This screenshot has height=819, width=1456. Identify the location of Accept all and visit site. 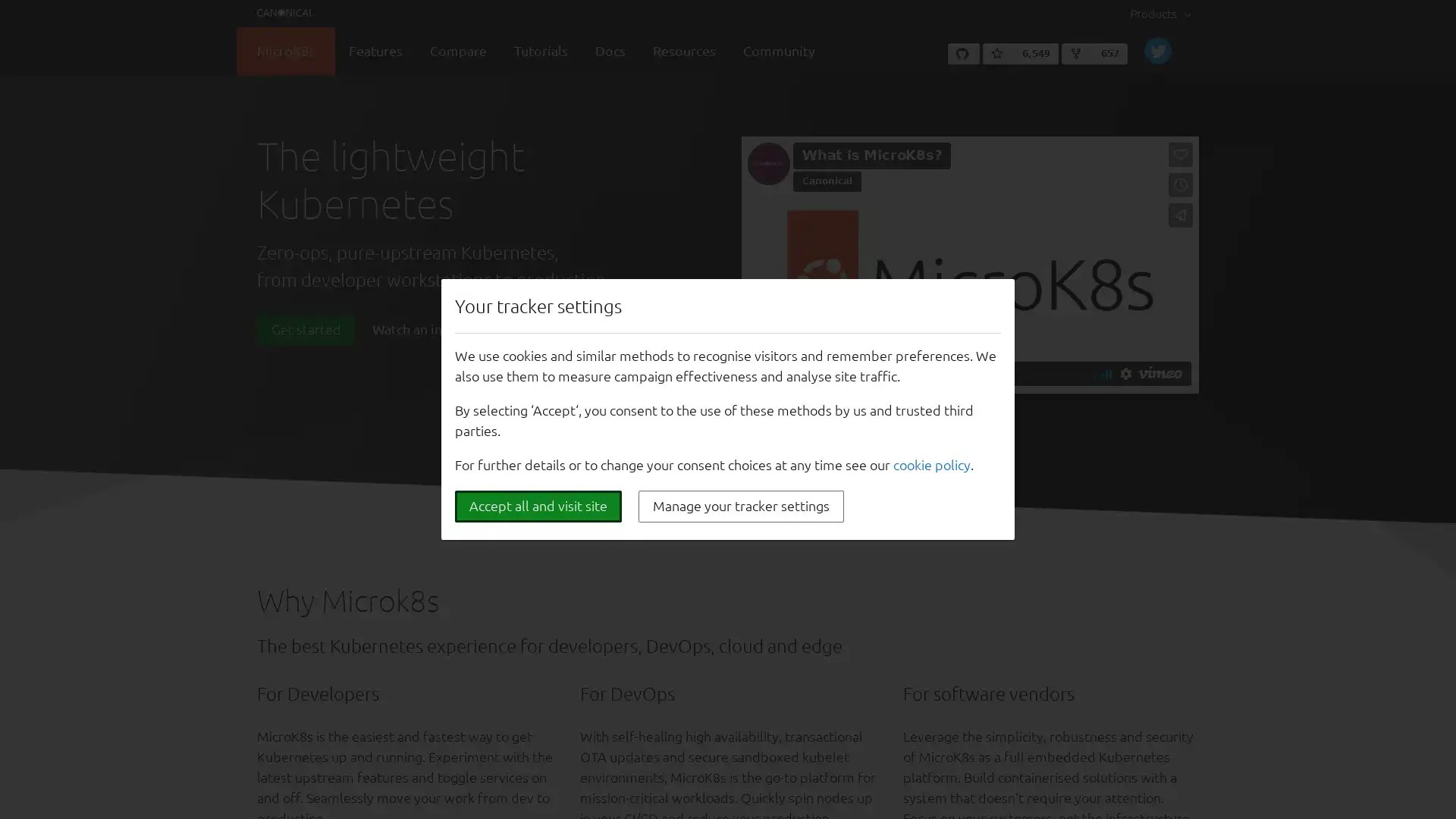
(538, 506).